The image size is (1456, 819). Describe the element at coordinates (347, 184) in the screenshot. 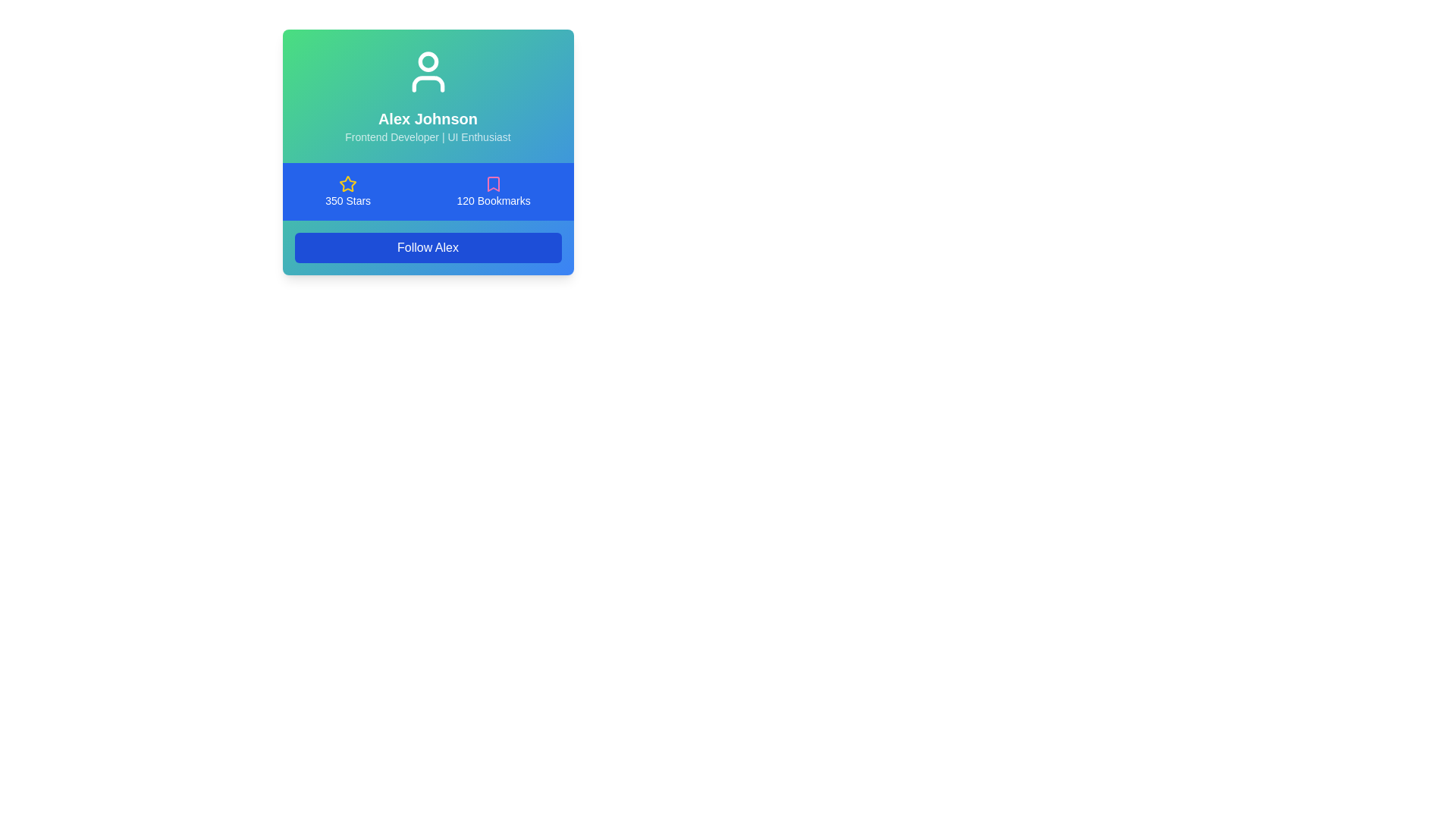

I see `the yellow star-shaped icon with a blue background` at that location.